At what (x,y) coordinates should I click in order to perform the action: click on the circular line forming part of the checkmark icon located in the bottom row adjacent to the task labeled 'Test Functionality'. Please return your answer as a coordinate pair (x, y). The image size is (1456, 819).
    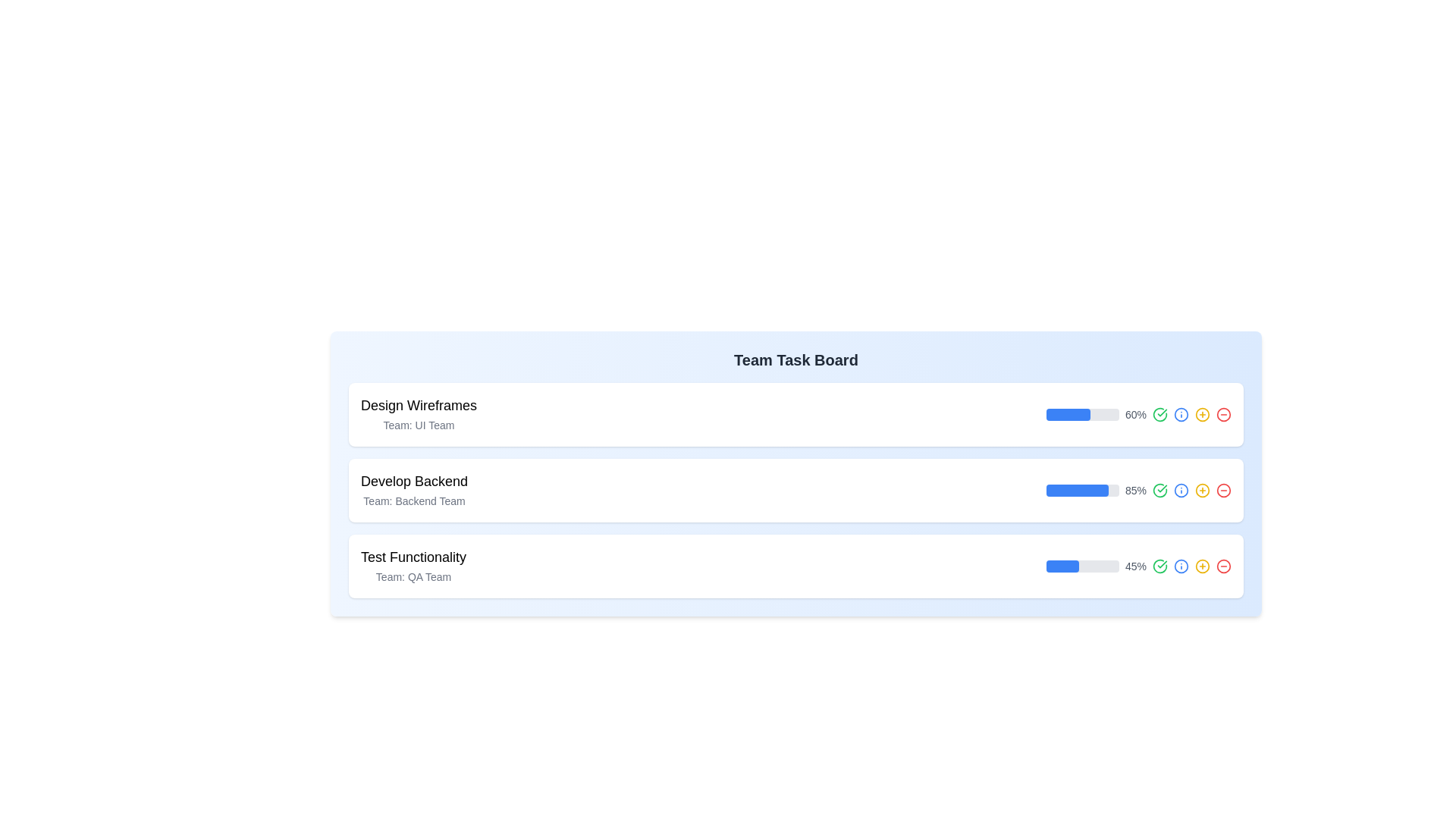
    Looking at the image, I should click on (1159, 566).